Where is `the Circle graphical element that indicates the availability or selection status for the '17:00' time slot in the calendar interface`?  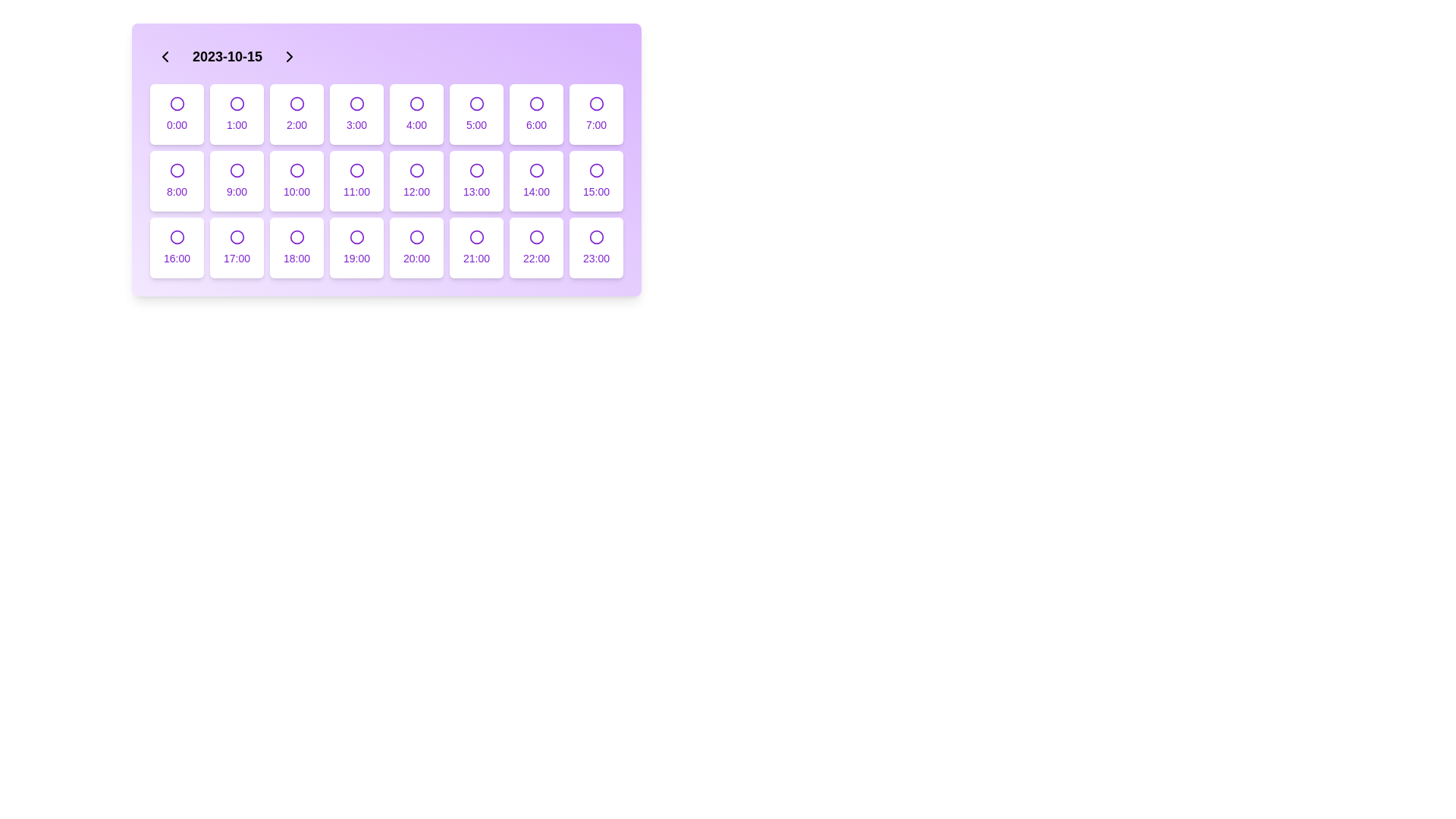
the Circle graphical element that indicates the availability or selection status for the '17:00' time slot in the calendar interface is located at coordinates (236, 237).